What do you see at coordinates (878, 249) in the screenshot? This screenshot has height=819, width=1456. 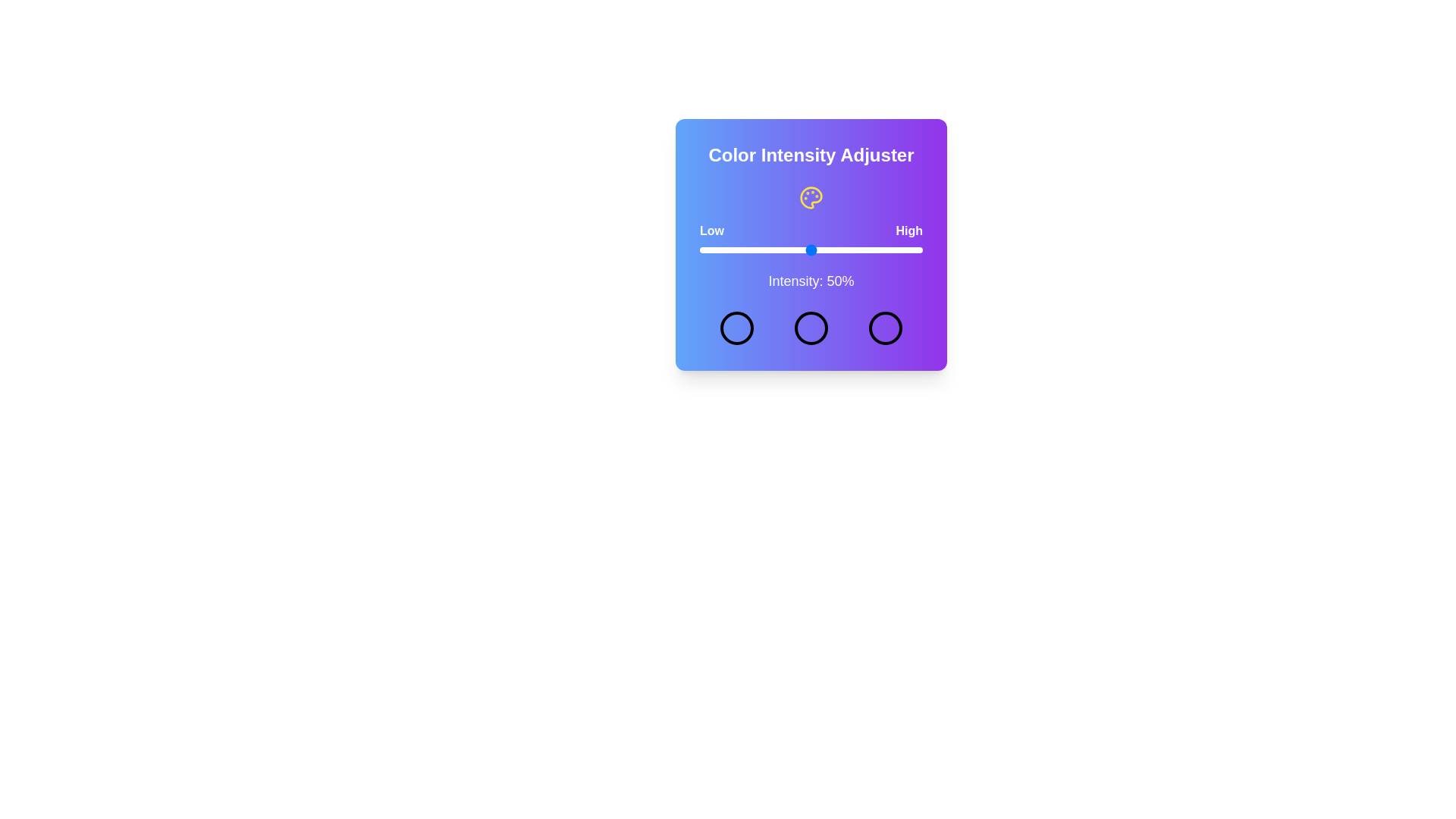 I see `the slider to set the intensity to 80%` at bounding box center [878, 249].